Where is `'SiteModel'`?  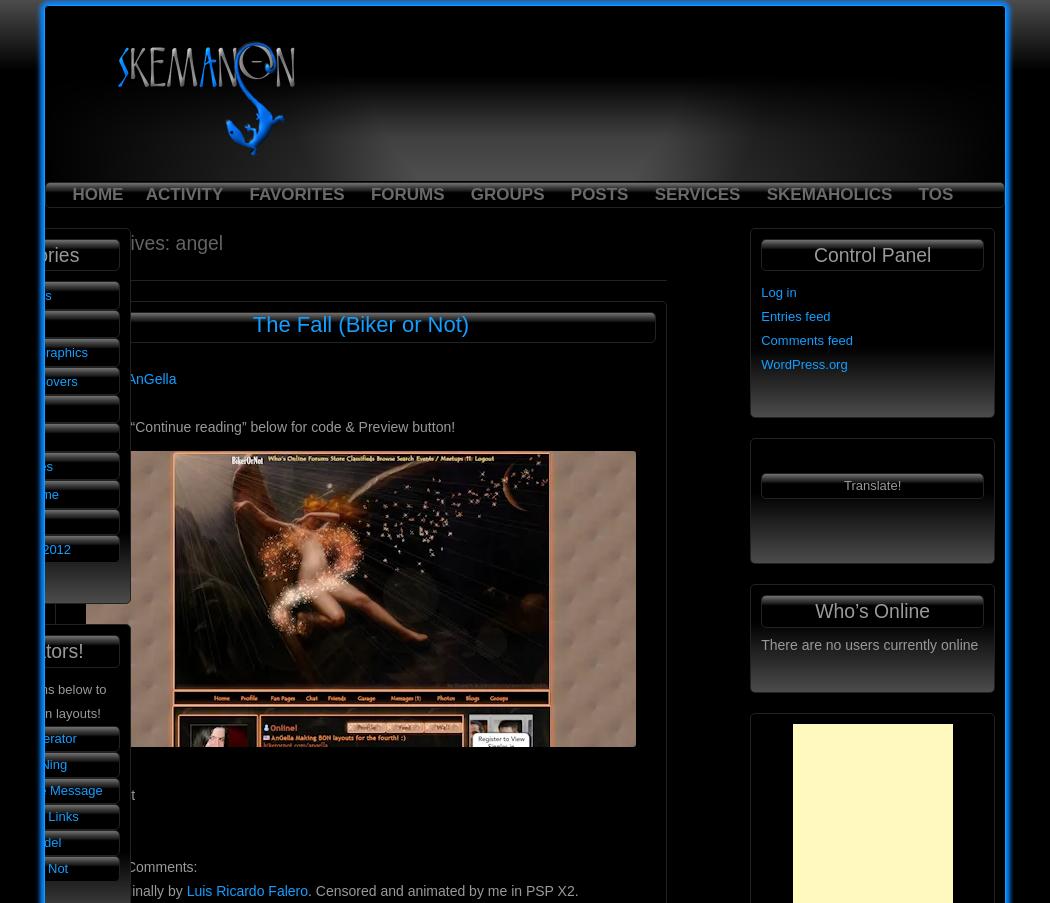 'SiteModel' is located at coordinates (32, 841).